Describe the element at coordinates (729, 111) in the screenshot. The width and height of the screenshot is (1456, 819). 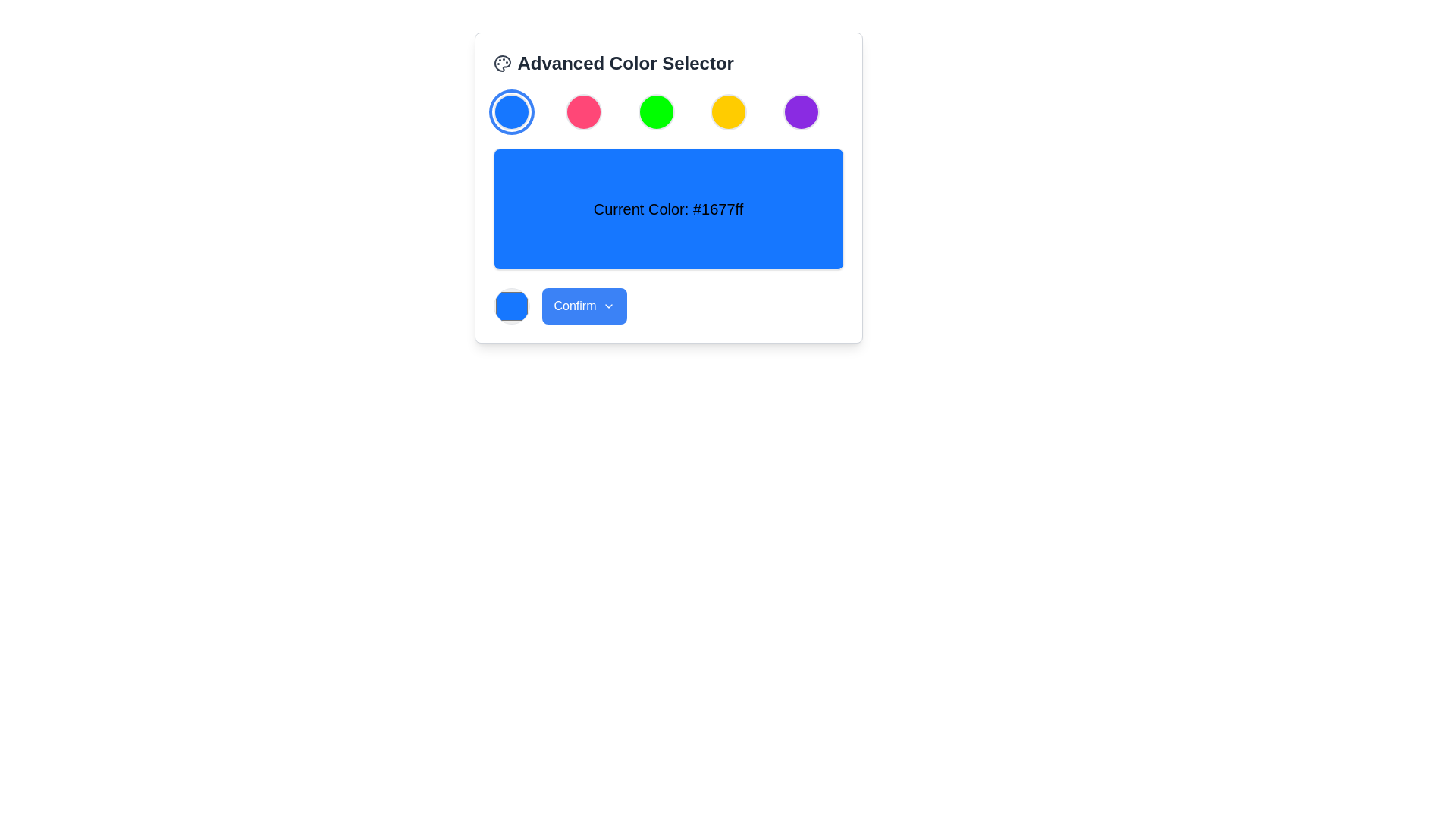
I see `the fourth circular button from the left in a group of five, positioned above the 'Current Color' box, to visualize tooltip or effects` at that location.